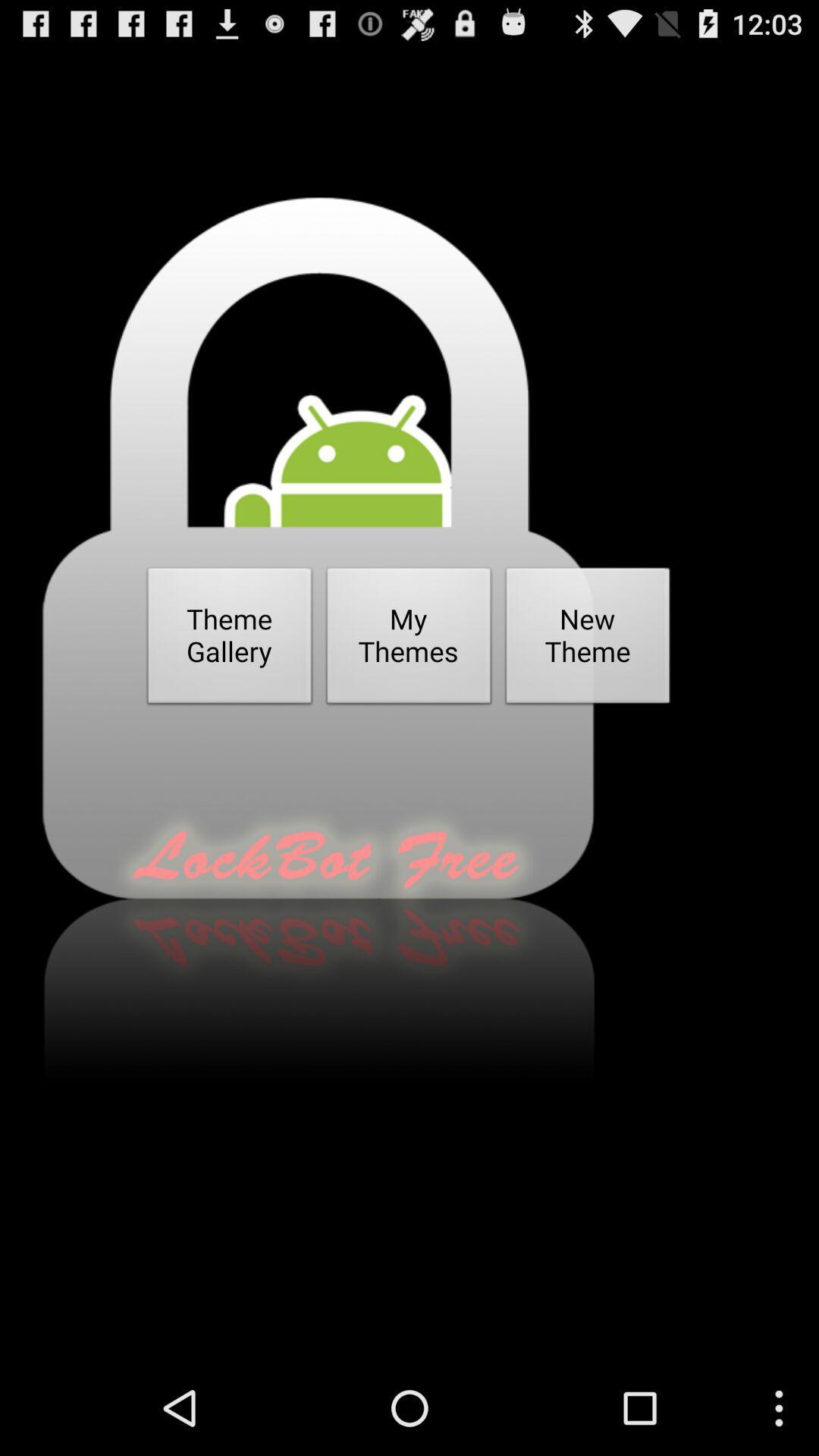  What do you see at coordinates (408, 640) in the screenshot?
I see `the item to the left of the new theme icon` at bounding box center [408, 640].